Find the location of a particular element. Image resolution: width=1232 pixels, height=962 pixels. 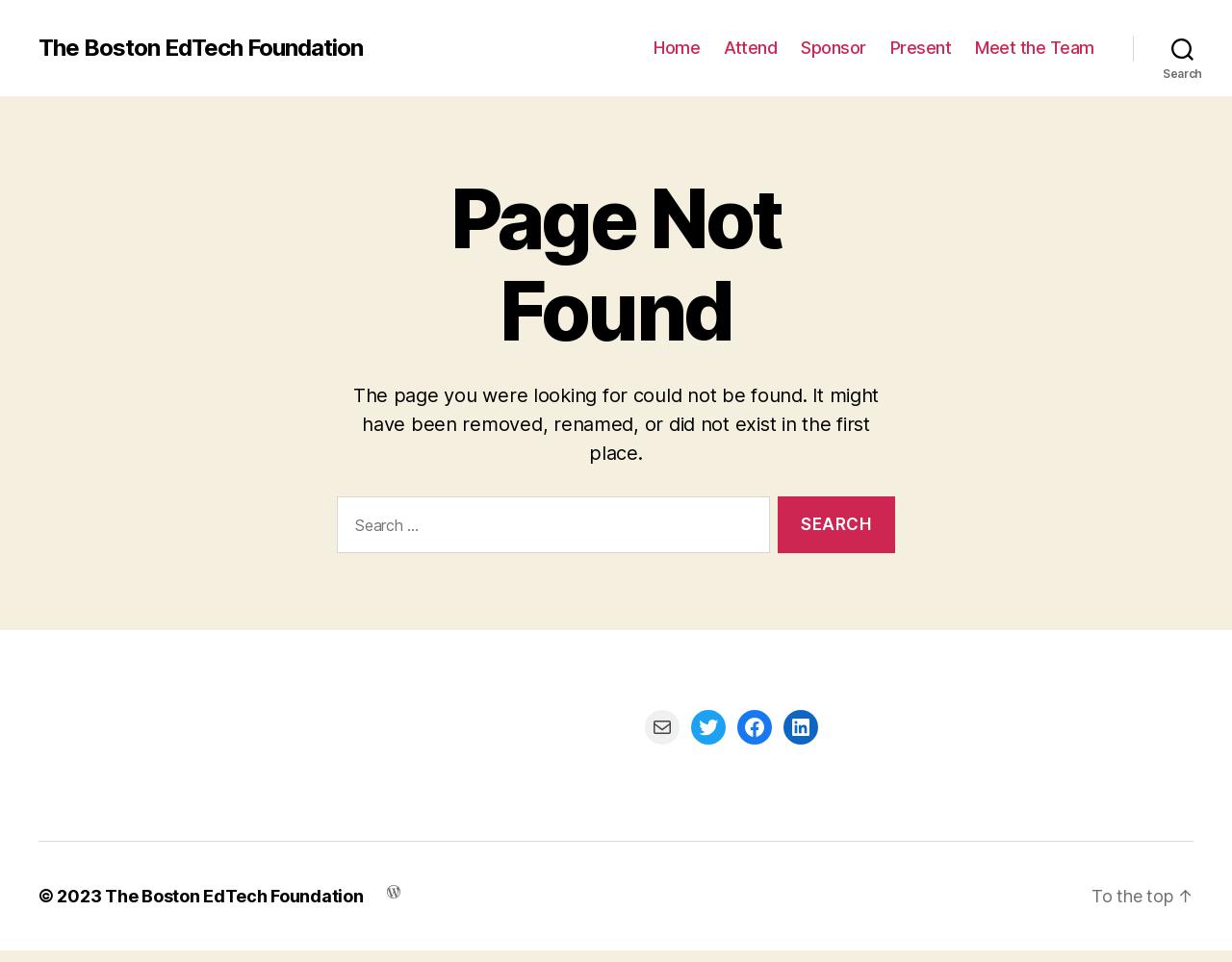

'Search' is located at coordinates (1181, 72).